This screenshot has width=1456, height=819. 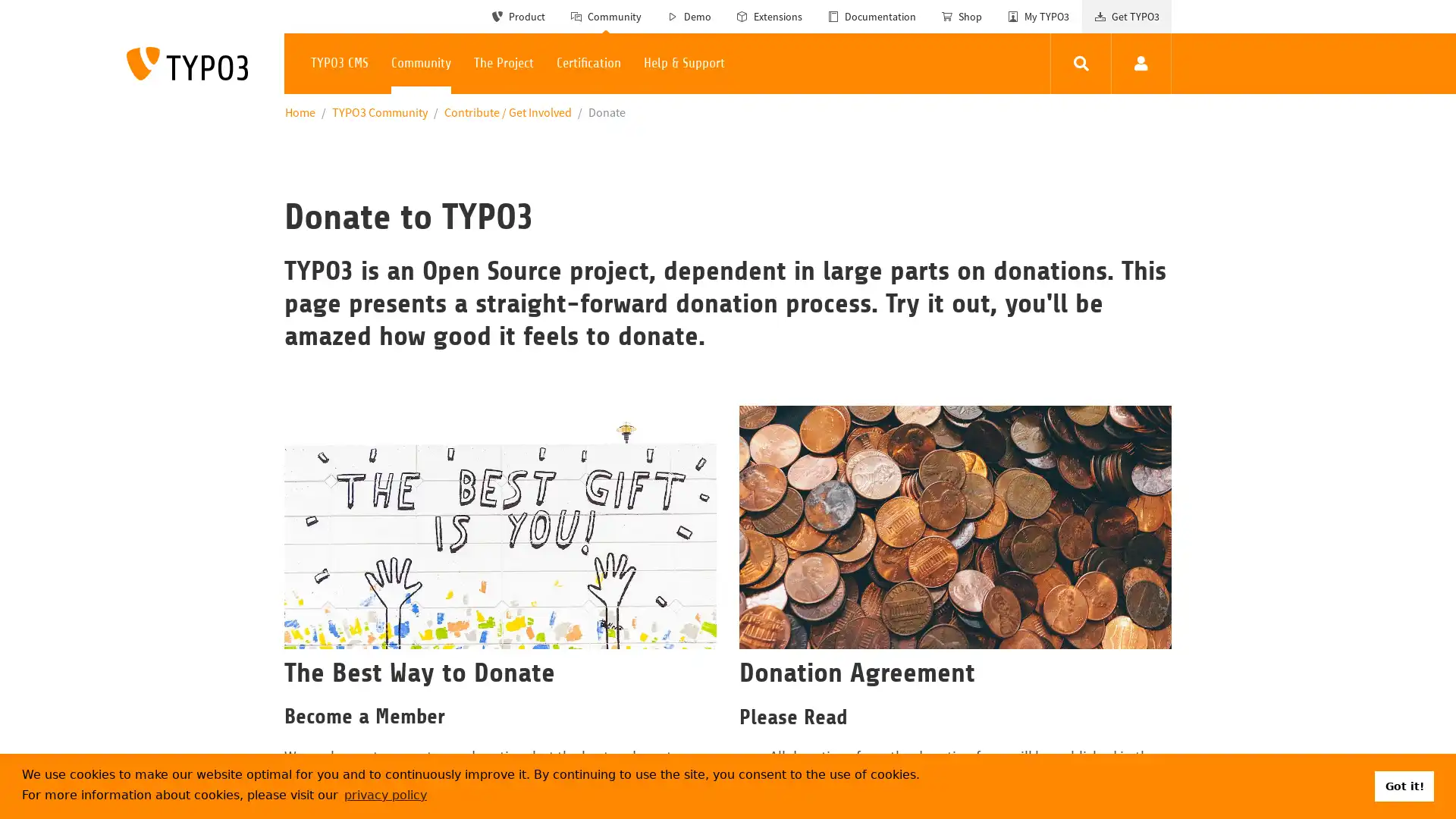 I want to click on dismiss cookie message, so click(x=1404, y=785).